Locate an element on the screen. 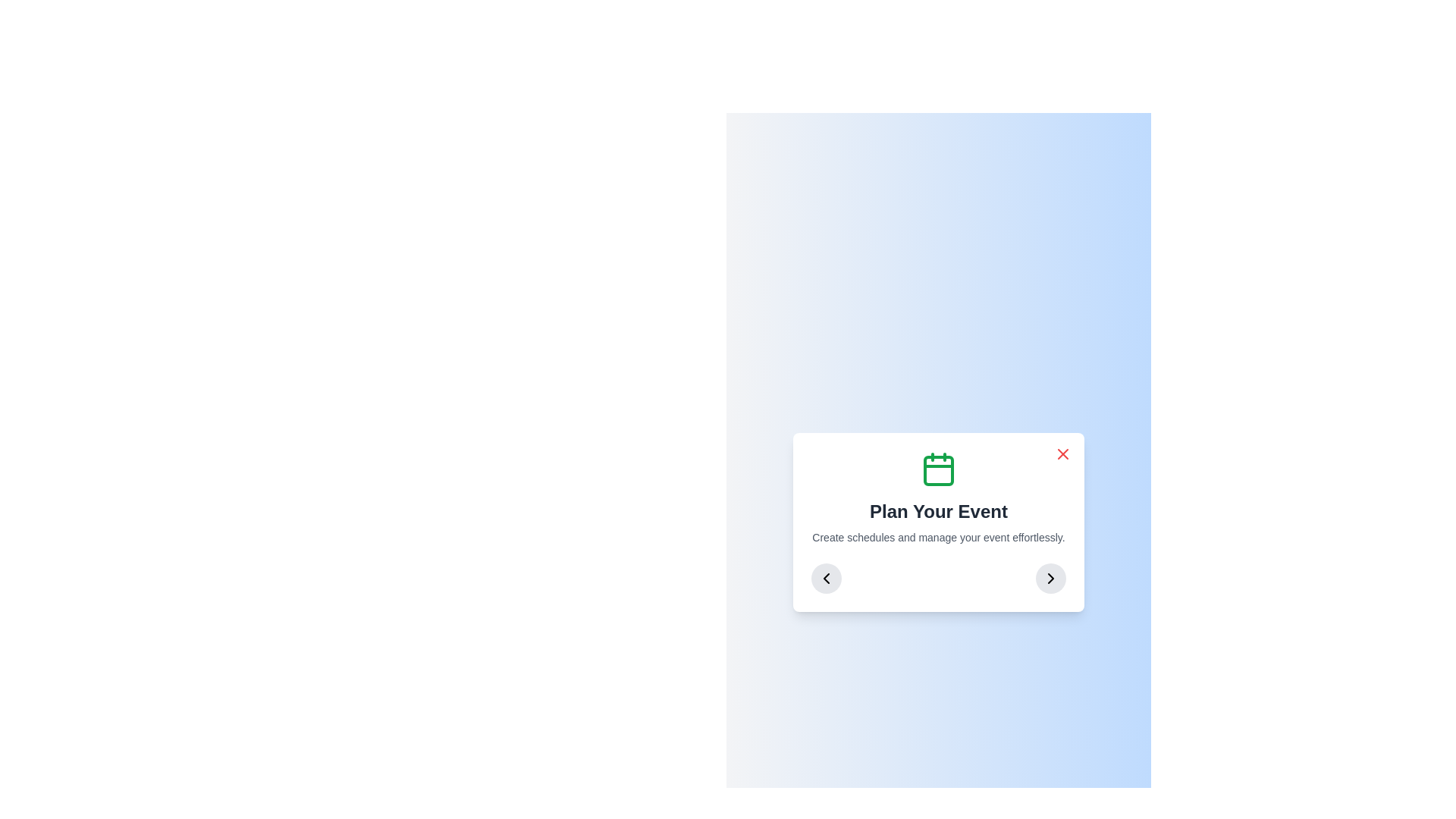 Image resolution: width=1456 pixels, height=819 pixels. the right-pointing chevron icon button, which is part of a modern minimalistic UI design is located at coordinates (1050, 579).